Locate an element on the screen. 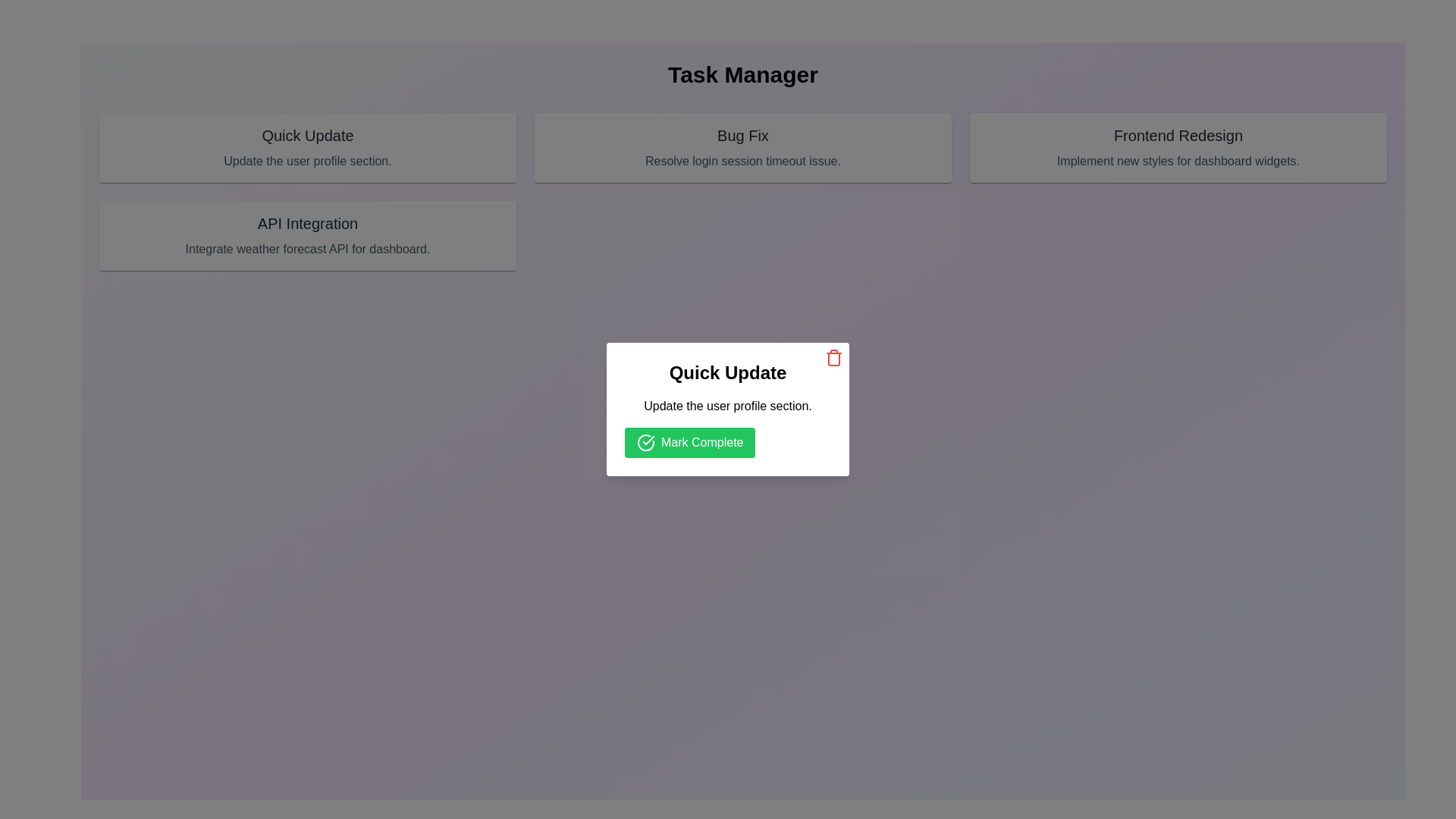 The image size is (1456, 819). the red-colored trash icon button located in the top-right corner of the 'Quick Update' card is located at coordinates (833, 357).